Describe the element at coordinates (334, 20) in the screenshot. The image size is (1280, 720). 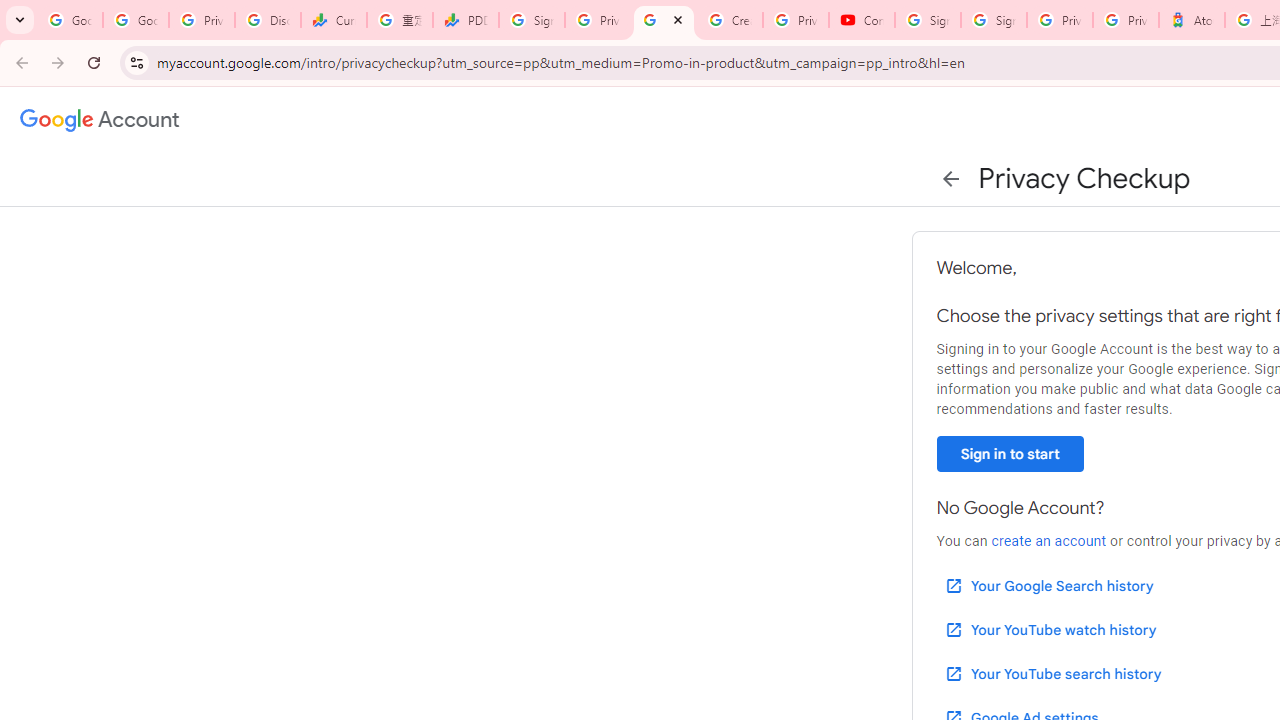
I see `'Currencies - Google Finance'` at that location.